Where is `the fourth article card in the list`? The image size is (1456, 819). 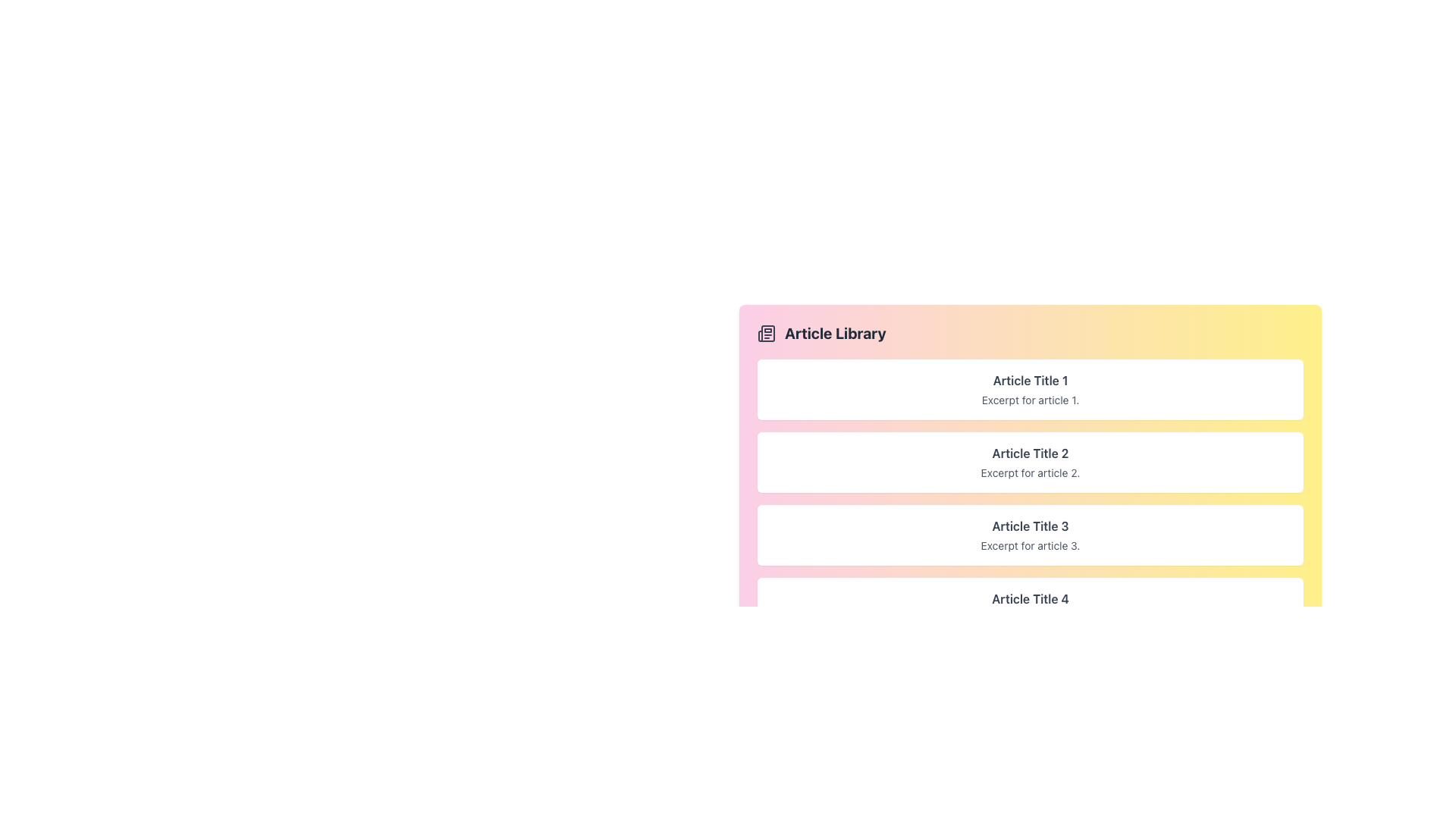 the fourth article card in the list is located at coordinates (1030, 607).